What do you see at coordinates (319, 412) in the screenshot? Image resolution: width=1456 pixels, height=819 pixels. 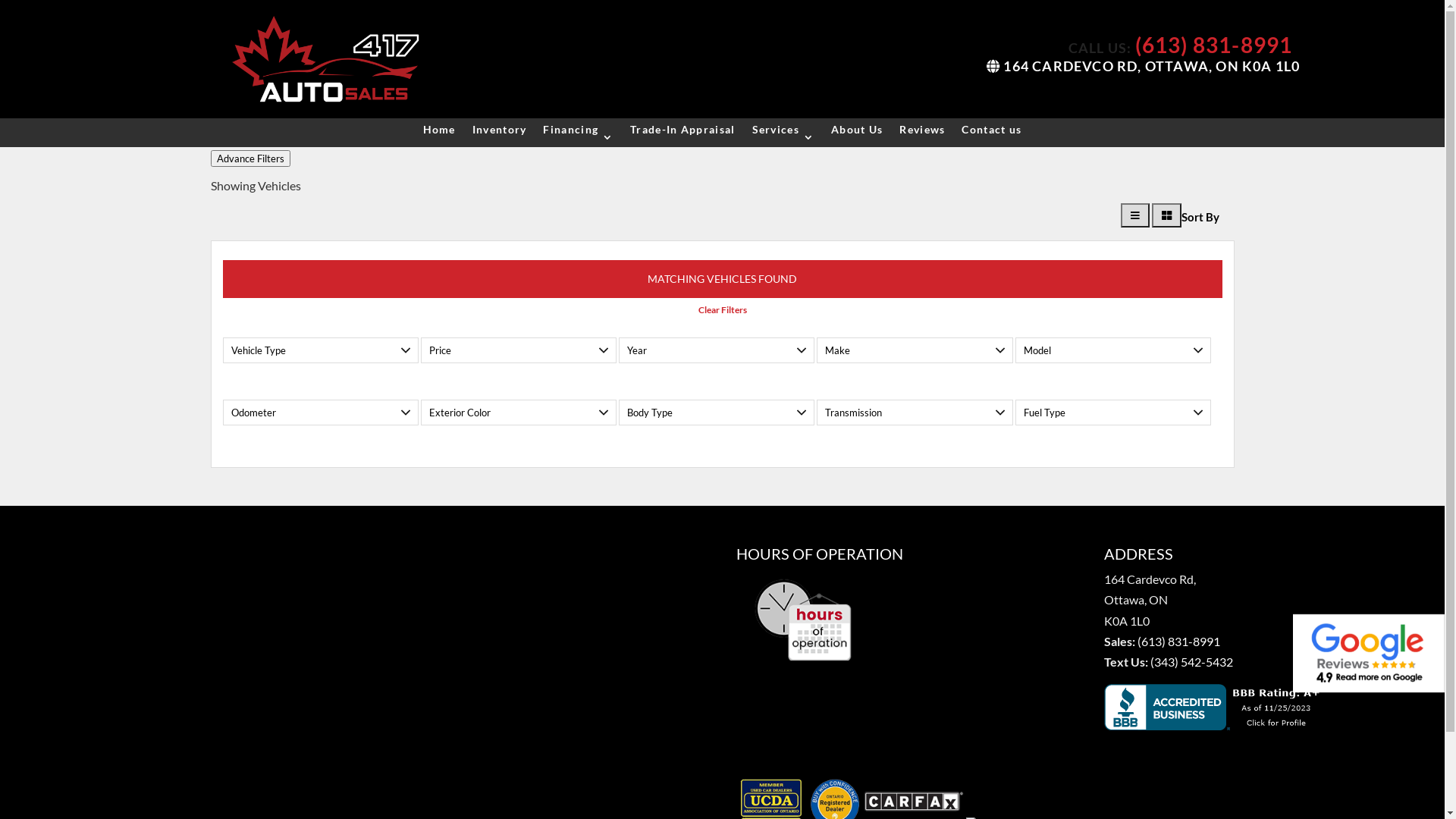 I see `'Odometer'` at bounding box center [319, 412].